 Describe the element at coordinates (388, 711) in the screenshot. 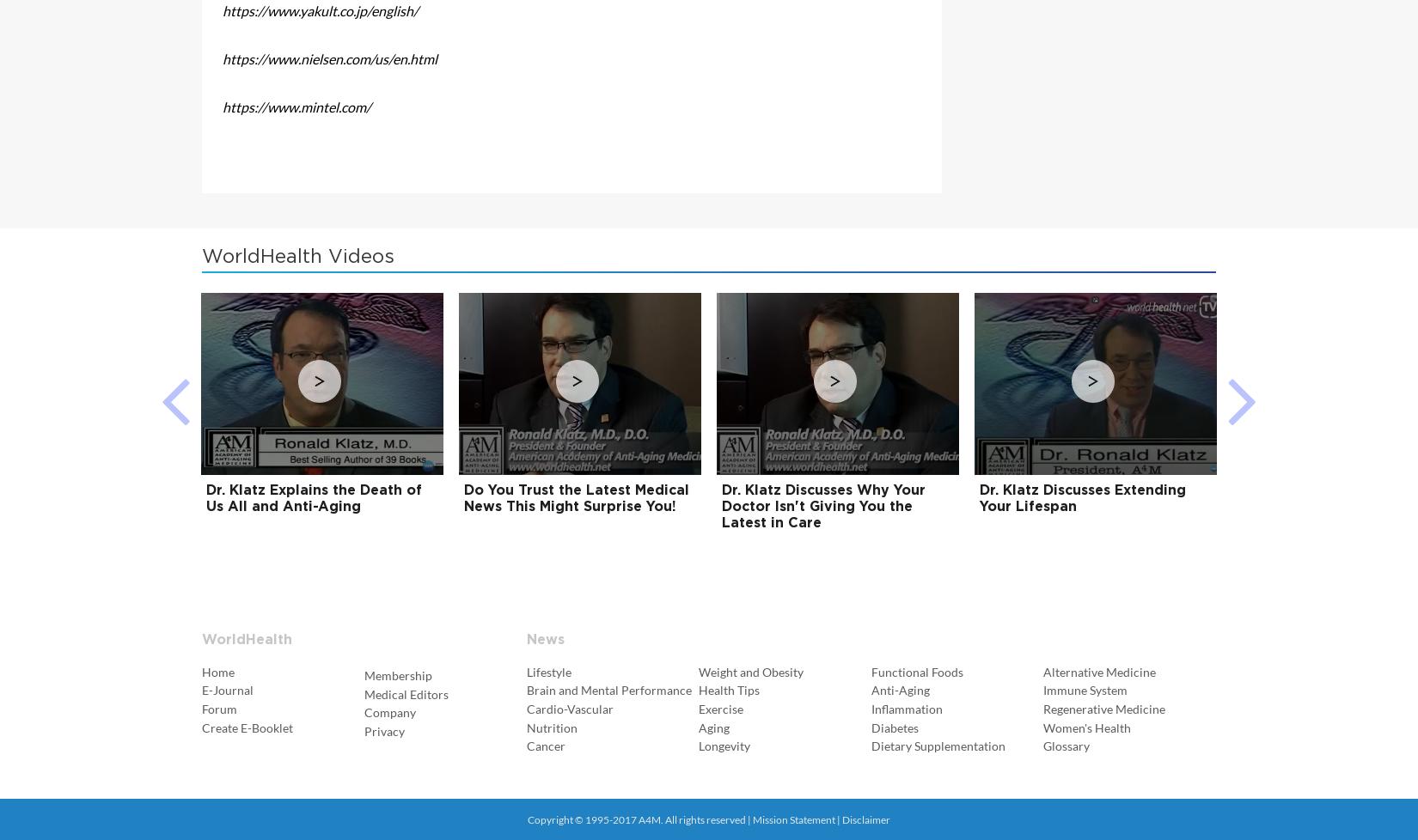

I see `'Company'` at that location.